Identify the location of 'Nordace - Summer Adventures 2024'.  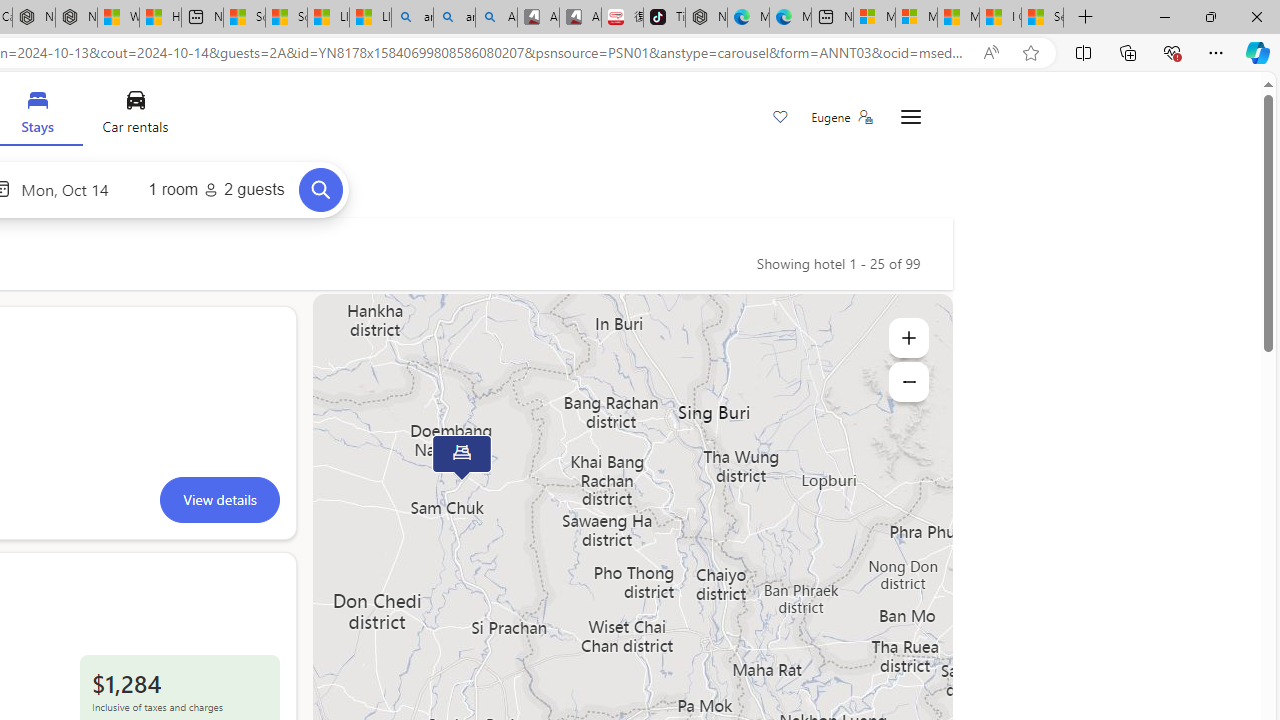
(76, 17).